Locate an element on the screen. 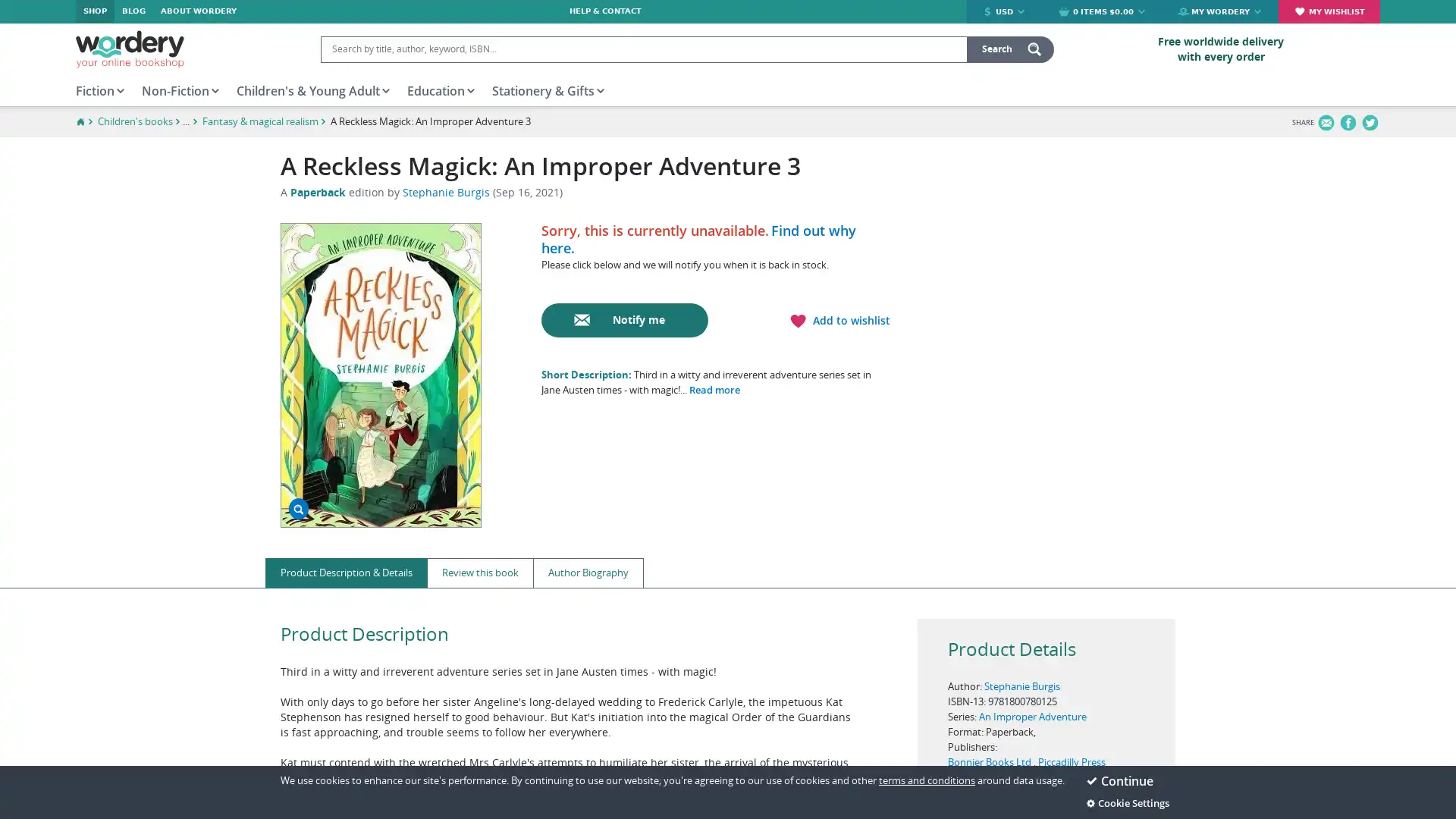 The width and height of the screenshot is (1456, 819). Add to wishlist is located at coordinates (837, 320).